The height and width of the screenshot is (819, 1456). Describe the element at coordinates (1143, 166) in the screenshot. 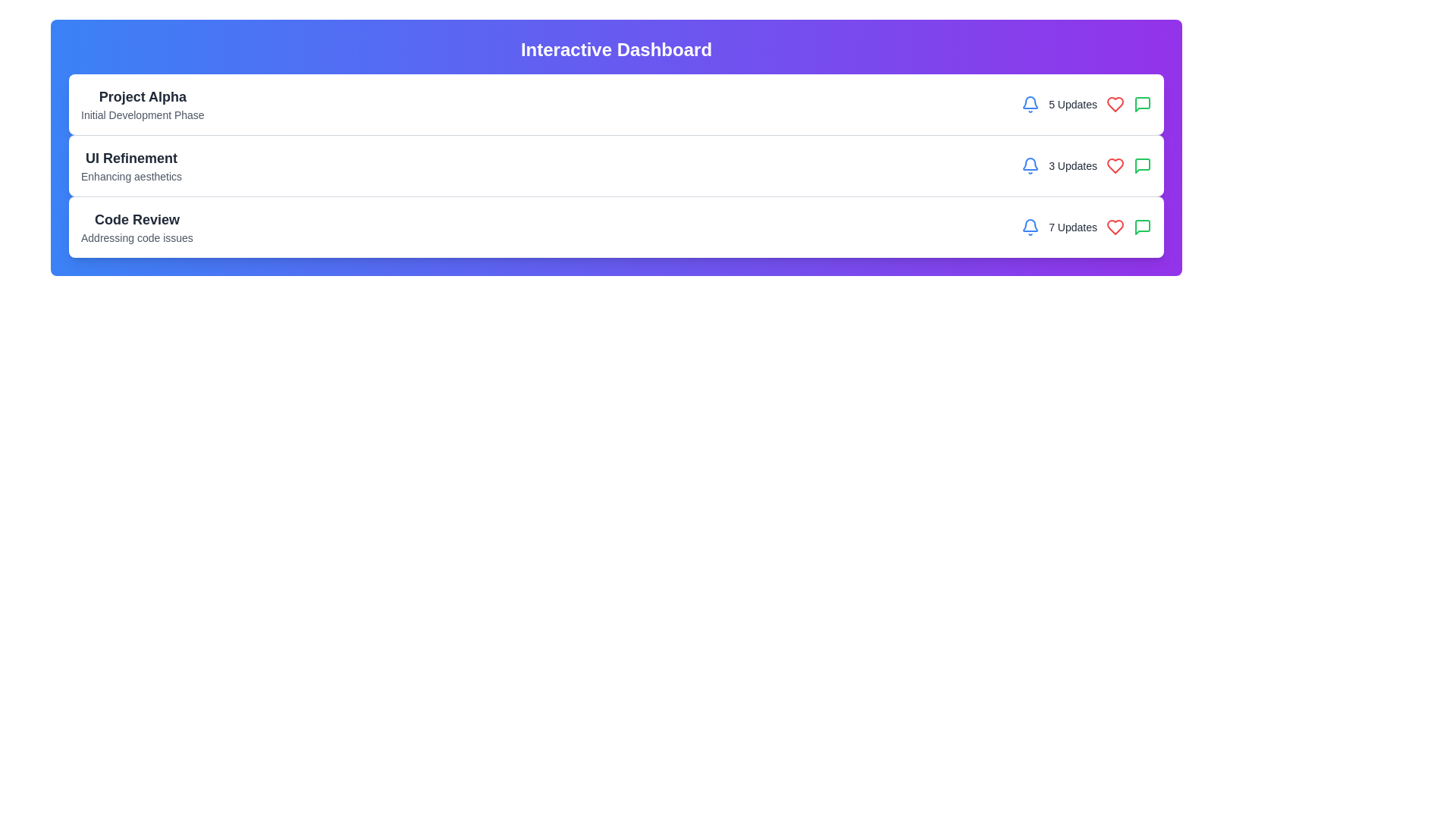

I see `the icon located in the third notification group from the top, to the far right, immediately right of the red heart icon` at that location.